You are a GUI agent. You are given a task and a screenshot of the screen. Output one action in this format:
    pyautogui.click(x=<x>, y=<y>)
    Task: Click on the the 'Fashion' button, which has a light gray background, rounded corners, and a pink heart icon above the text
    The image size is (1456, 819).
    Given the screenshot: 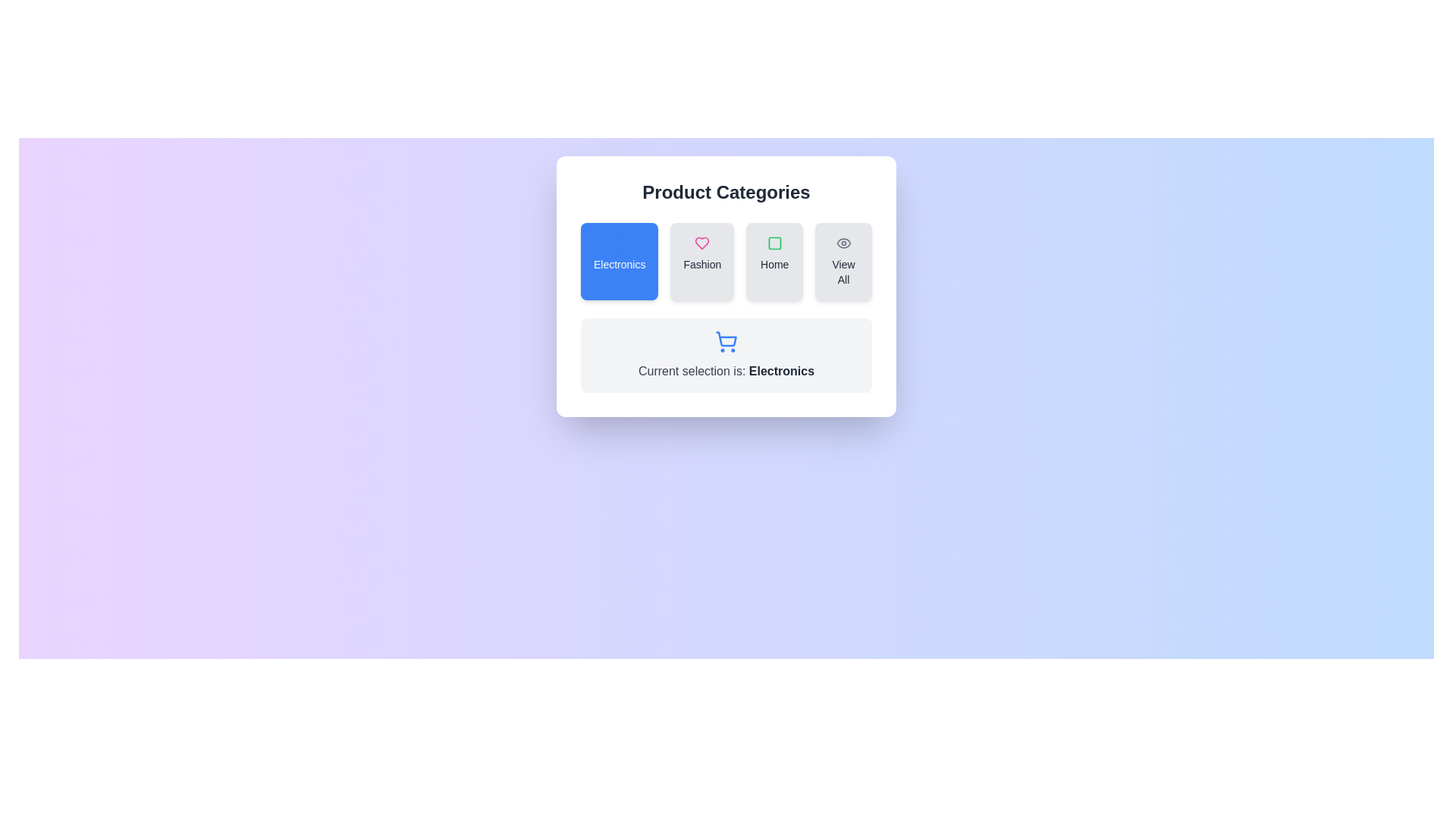 What is the action you would take?
    pyautogui.click(x=701, y=260)
    